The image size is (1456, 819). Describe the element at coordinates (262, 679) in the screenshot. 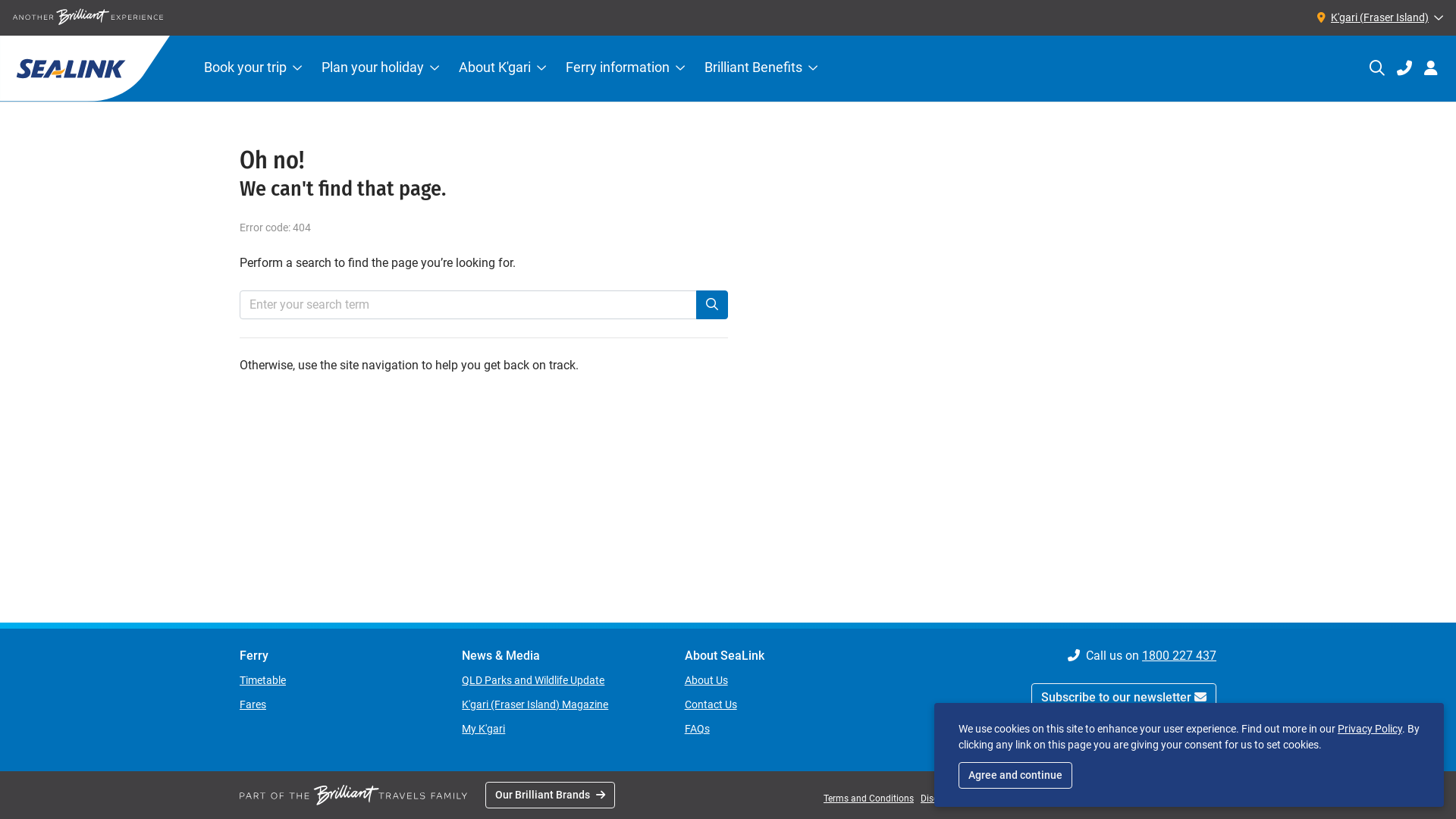

I see `'Timetable'` at that location.